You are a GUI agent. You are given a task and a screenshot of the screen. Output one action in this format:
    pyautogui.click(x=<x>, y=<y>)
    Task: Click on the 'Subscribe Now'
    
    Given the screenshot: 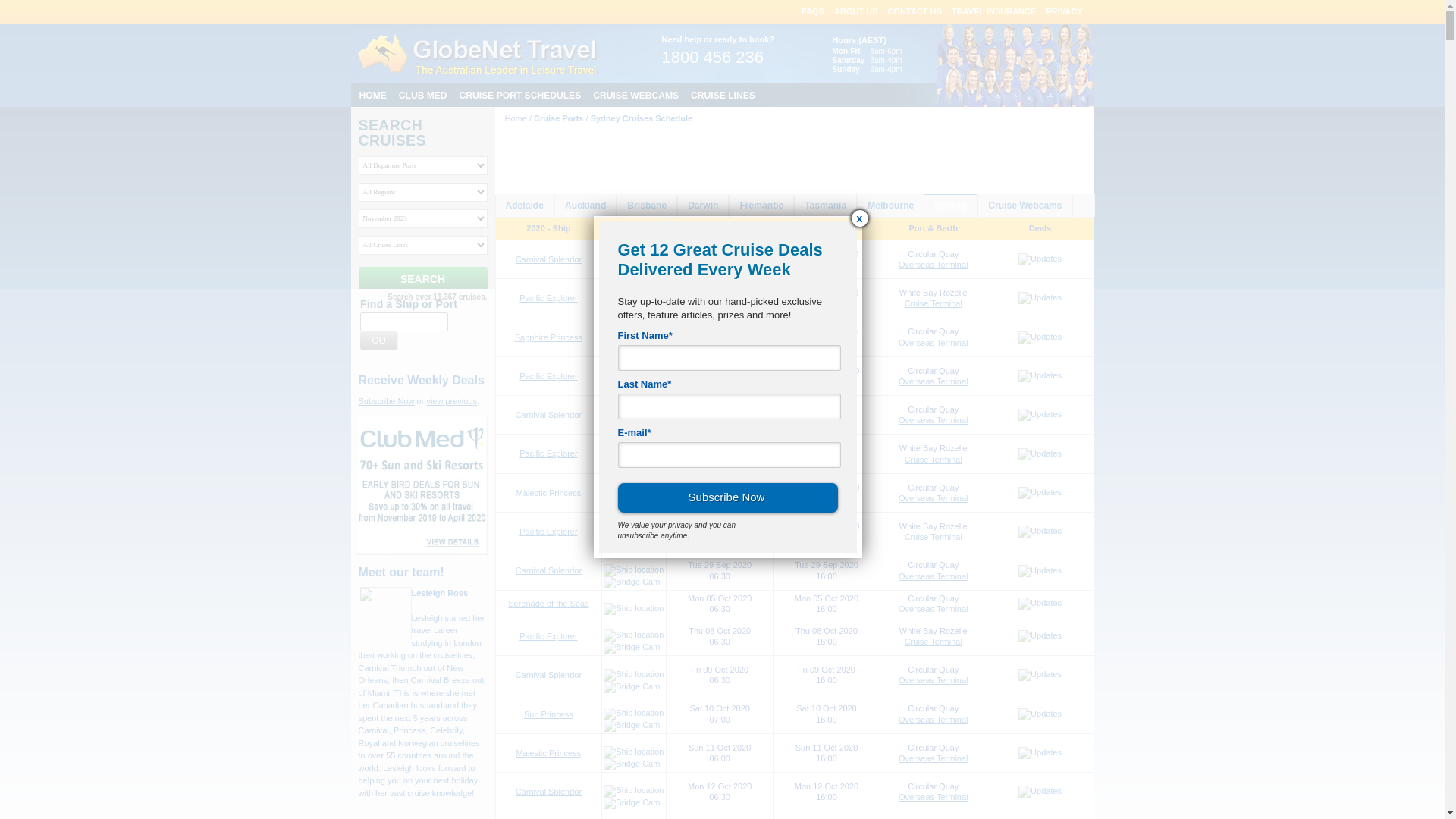 What is the action you would take?
    pyautogui.click(x=385, y=400)
    